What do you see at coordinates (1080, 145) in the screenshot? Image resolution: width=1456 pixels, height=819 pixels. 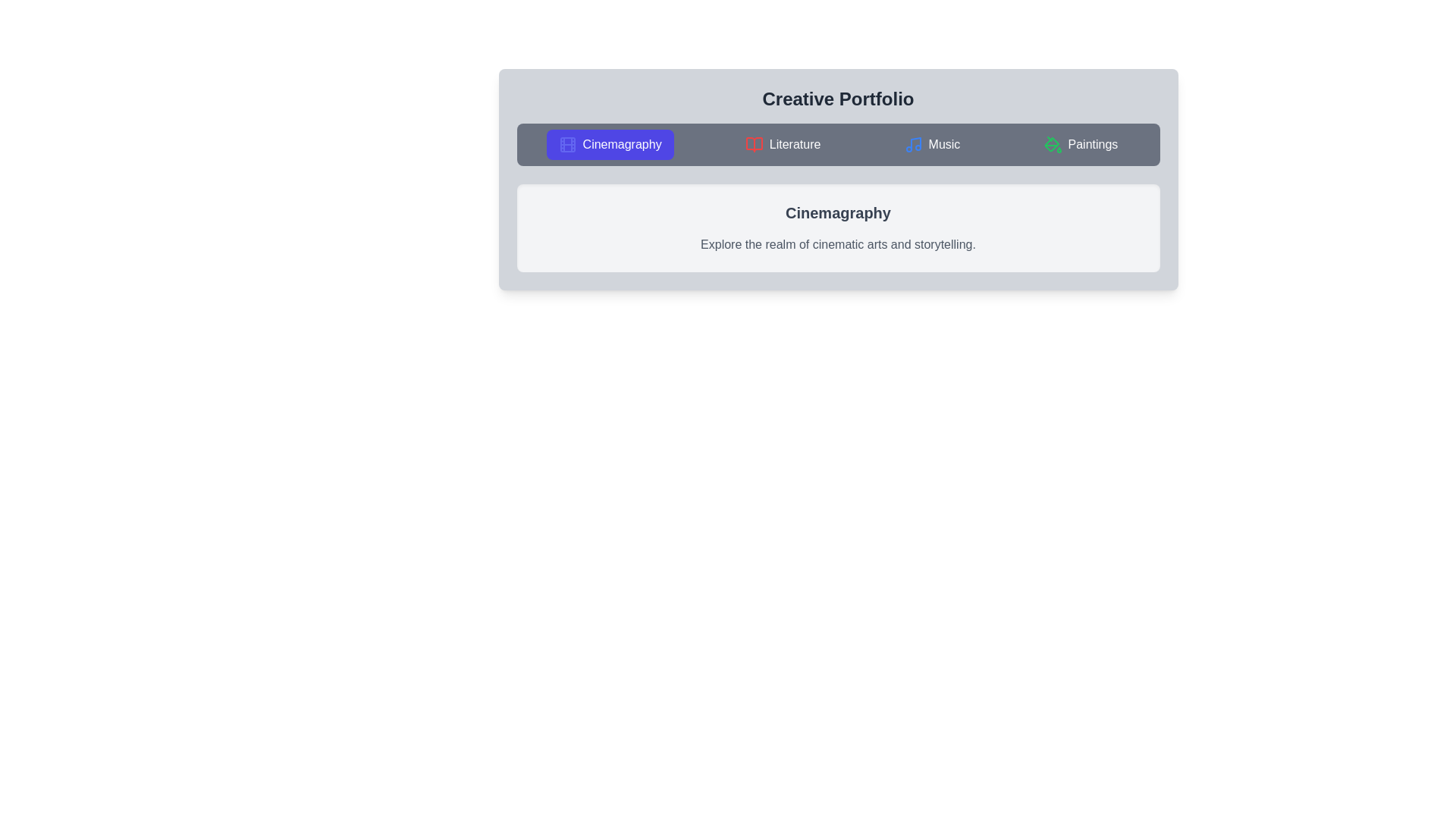 I see `the tab labeled Paintings and observe its content` at bounding box center [1080, 145].